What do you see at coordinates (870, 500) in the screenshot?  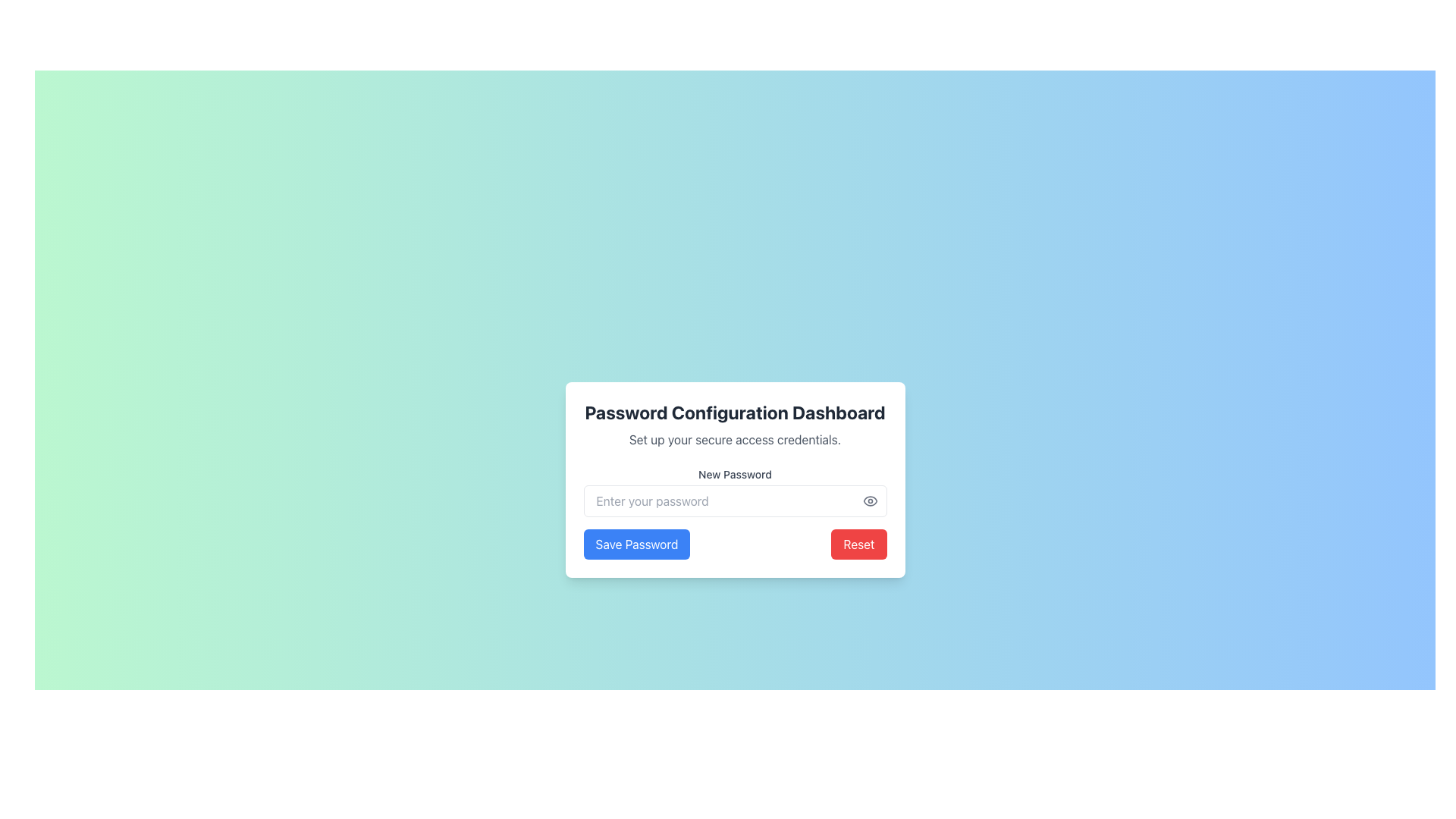 I see `the small gray eye-shaped visibility toggle icon located on the right-most side of the password input field` at bounding box center [870, 500].